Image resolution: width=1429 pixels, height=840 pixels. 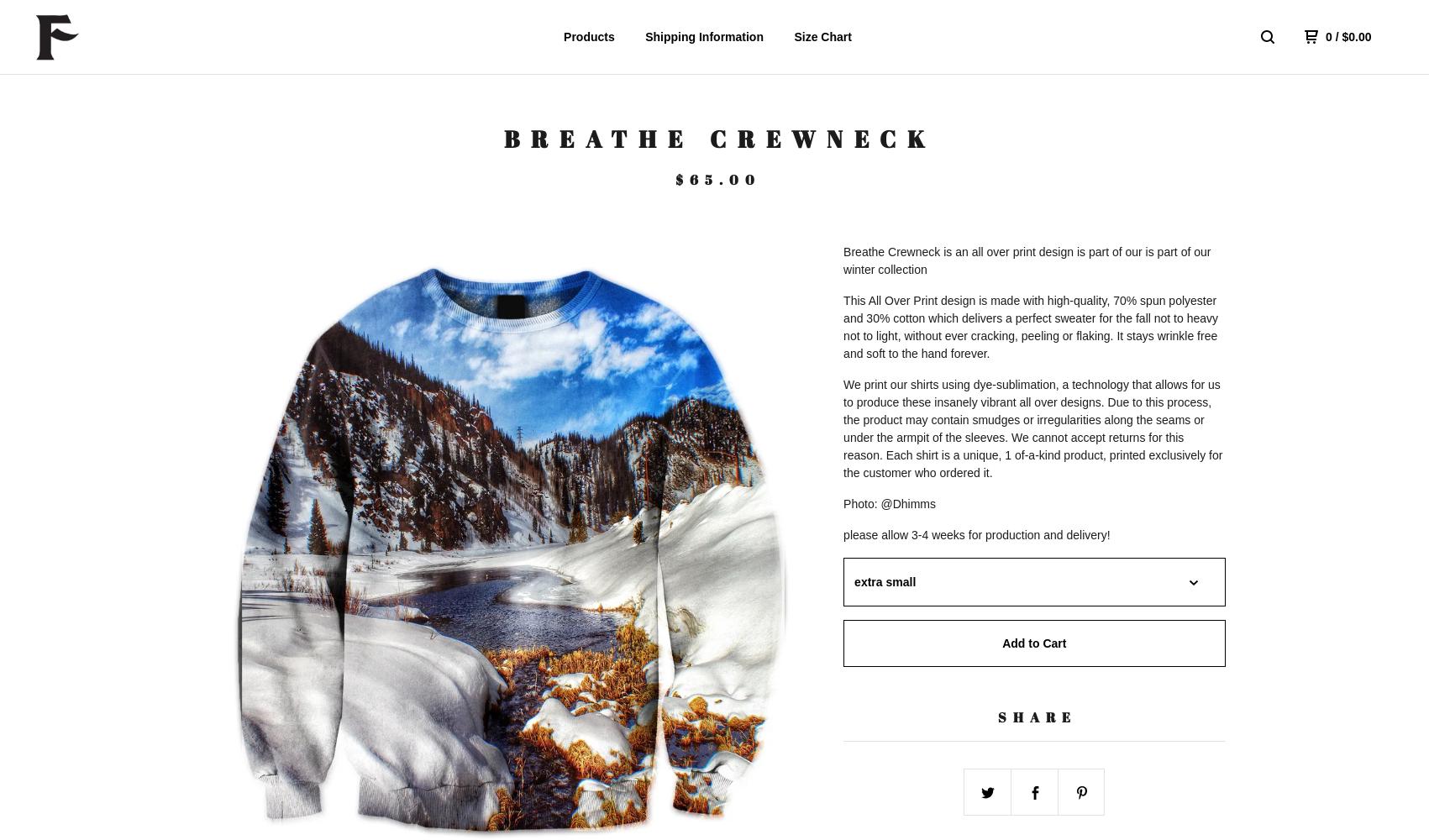 I want to click on 'Shipping Information', so click(x=704, y=37).